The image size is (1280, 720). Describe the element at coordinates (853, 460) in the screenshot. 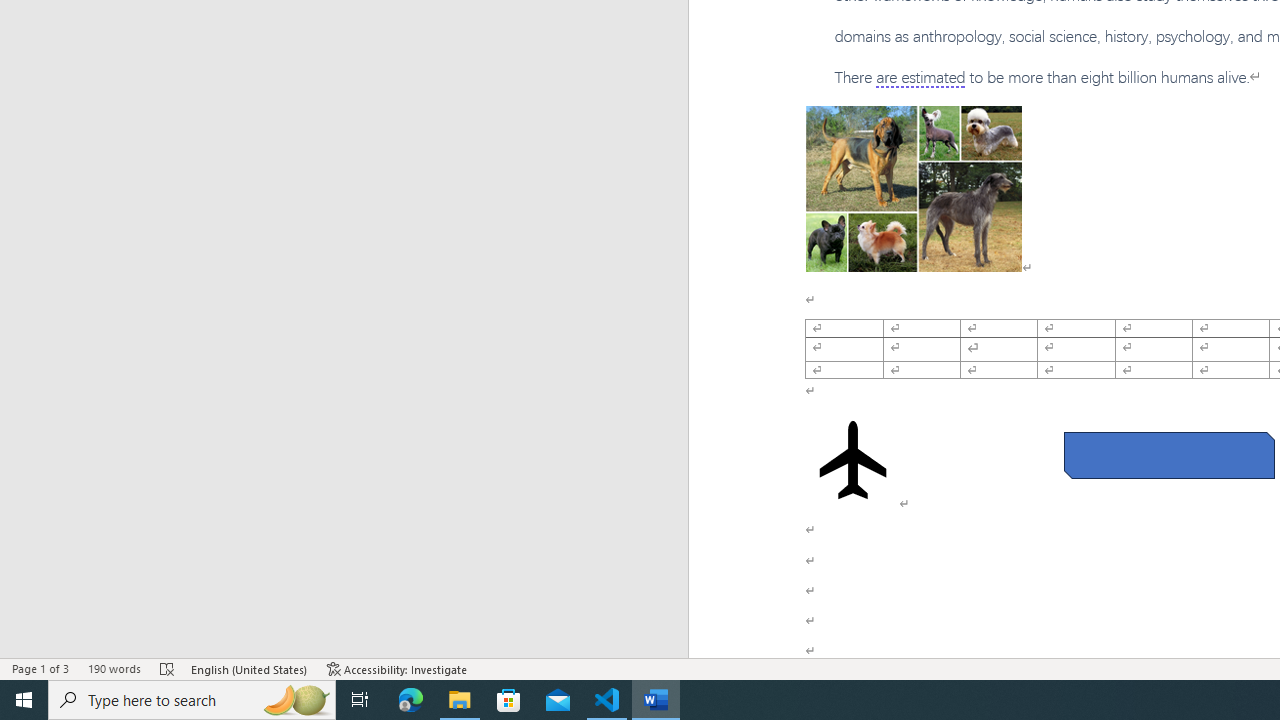

I see `'Airplane with solid fill'` at that location.